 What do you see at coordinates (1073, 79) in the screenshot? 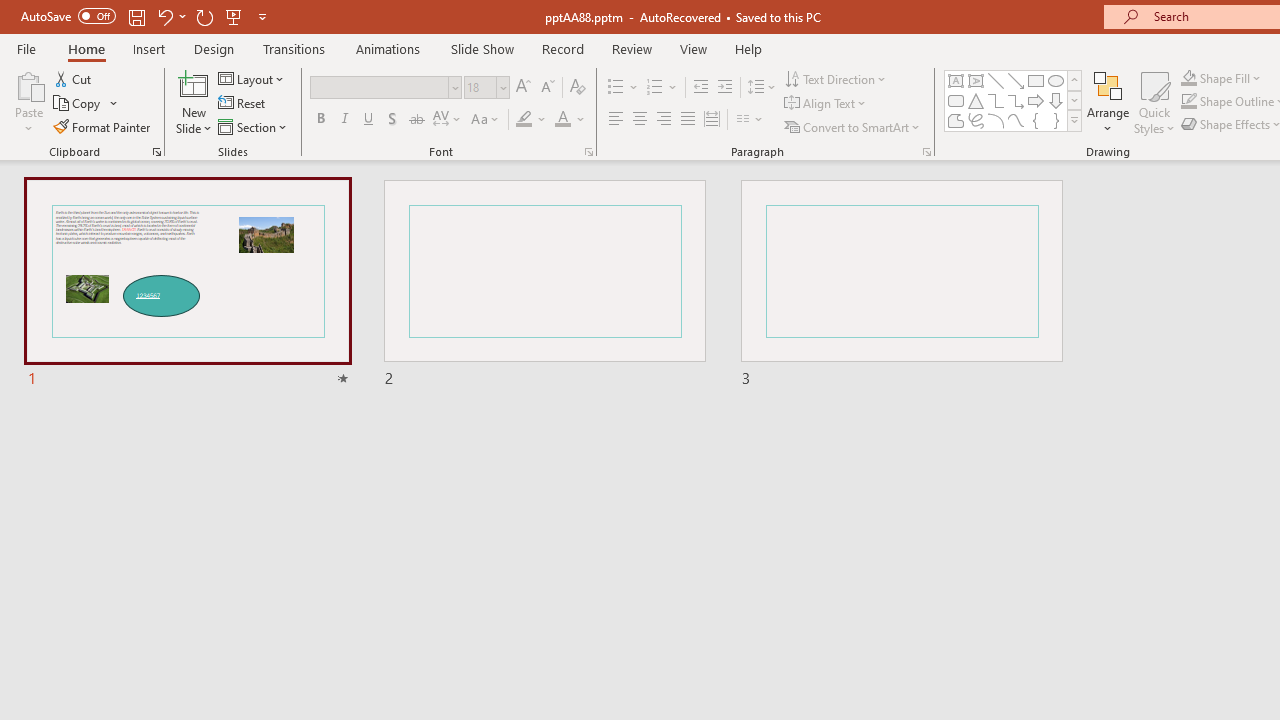
I see `'Row up'` at bounding box center [1073, 79].